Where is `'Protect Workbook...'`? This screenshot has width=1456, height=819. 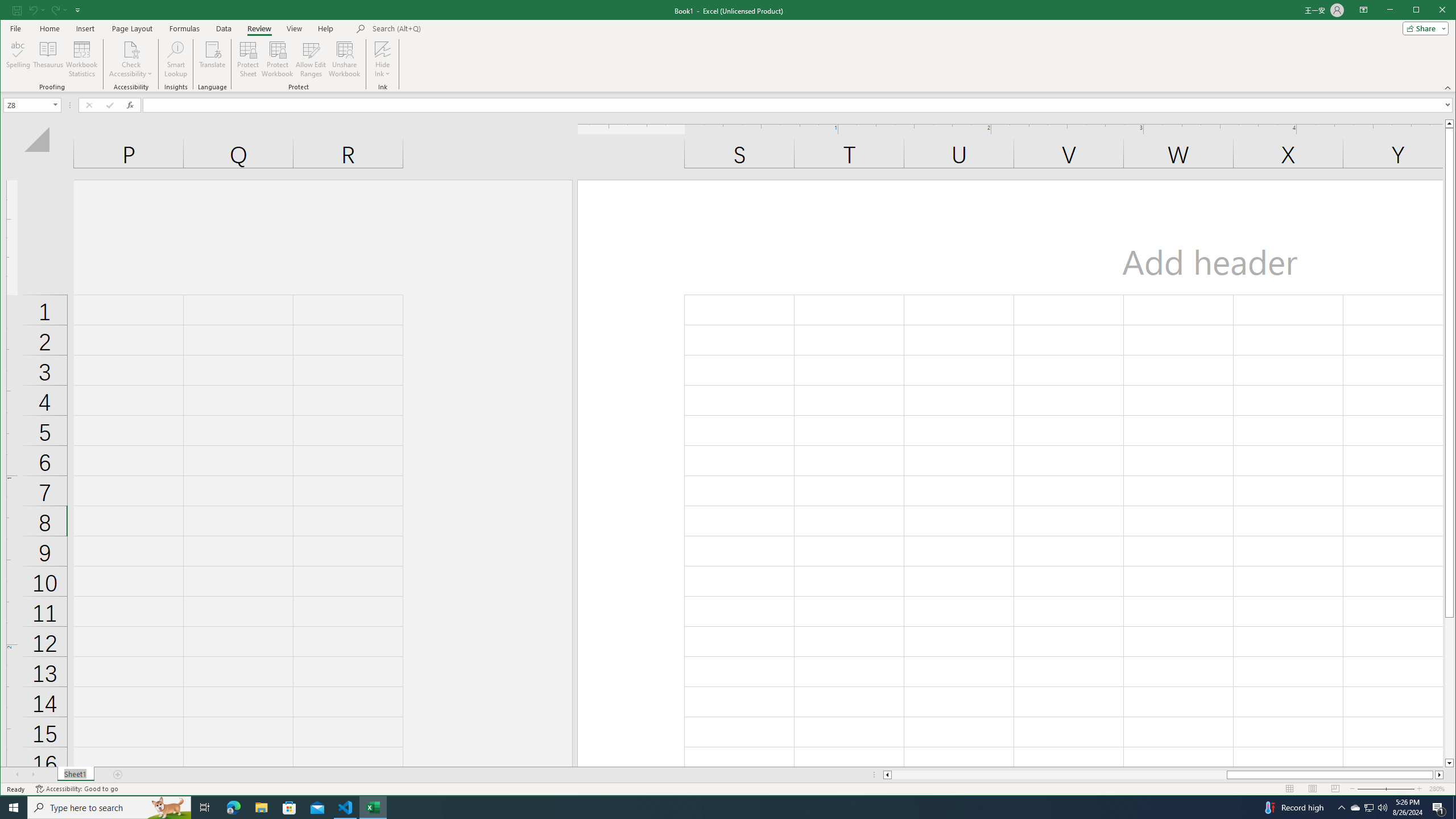
'Protect Workbook...' is located at coordinates (276, 59).